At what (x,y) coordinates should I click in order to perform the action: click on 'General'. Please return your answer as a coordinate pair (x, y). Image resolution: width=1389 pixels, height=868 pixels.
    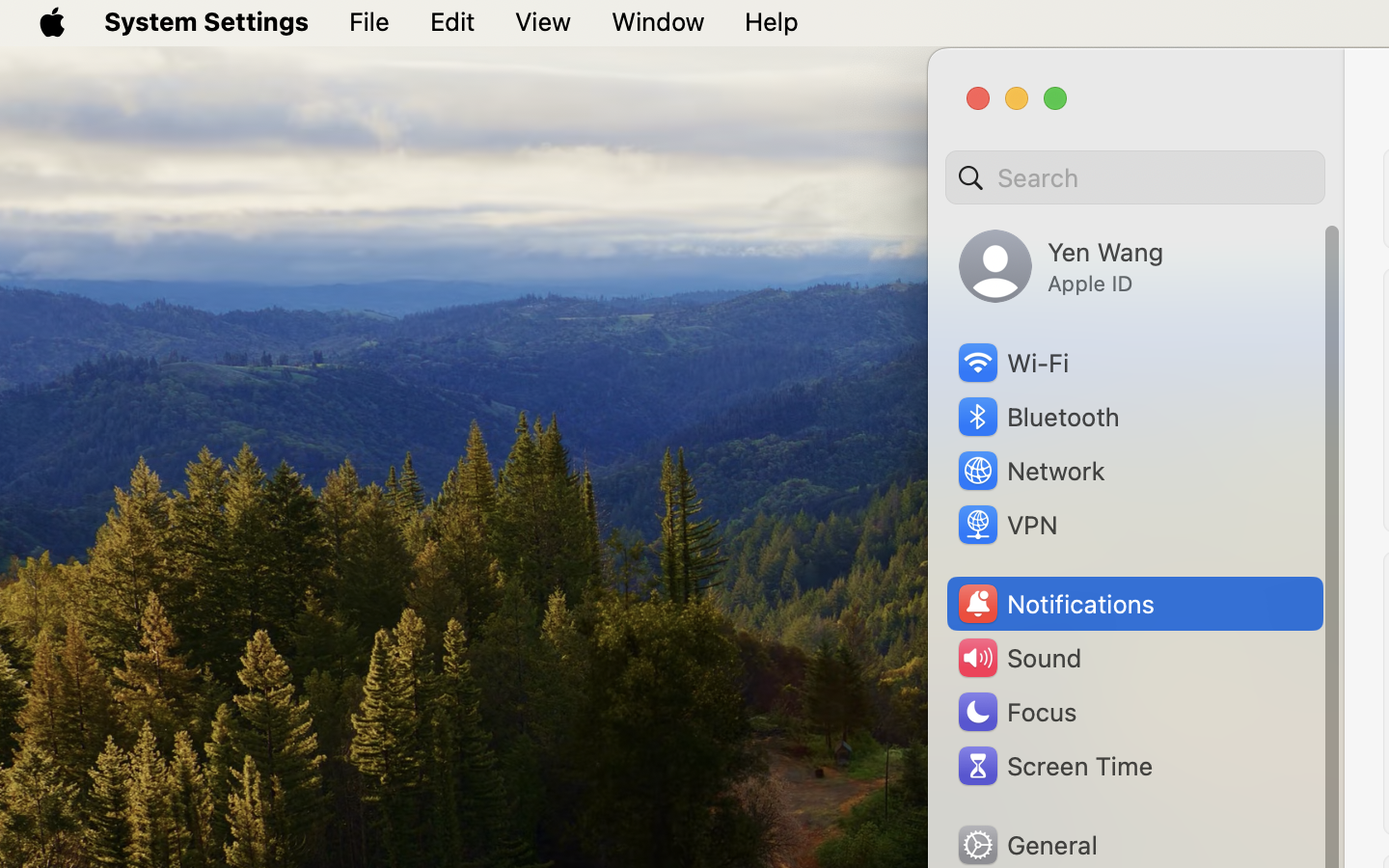
    Looking at the image, I should click on (1026, 844).